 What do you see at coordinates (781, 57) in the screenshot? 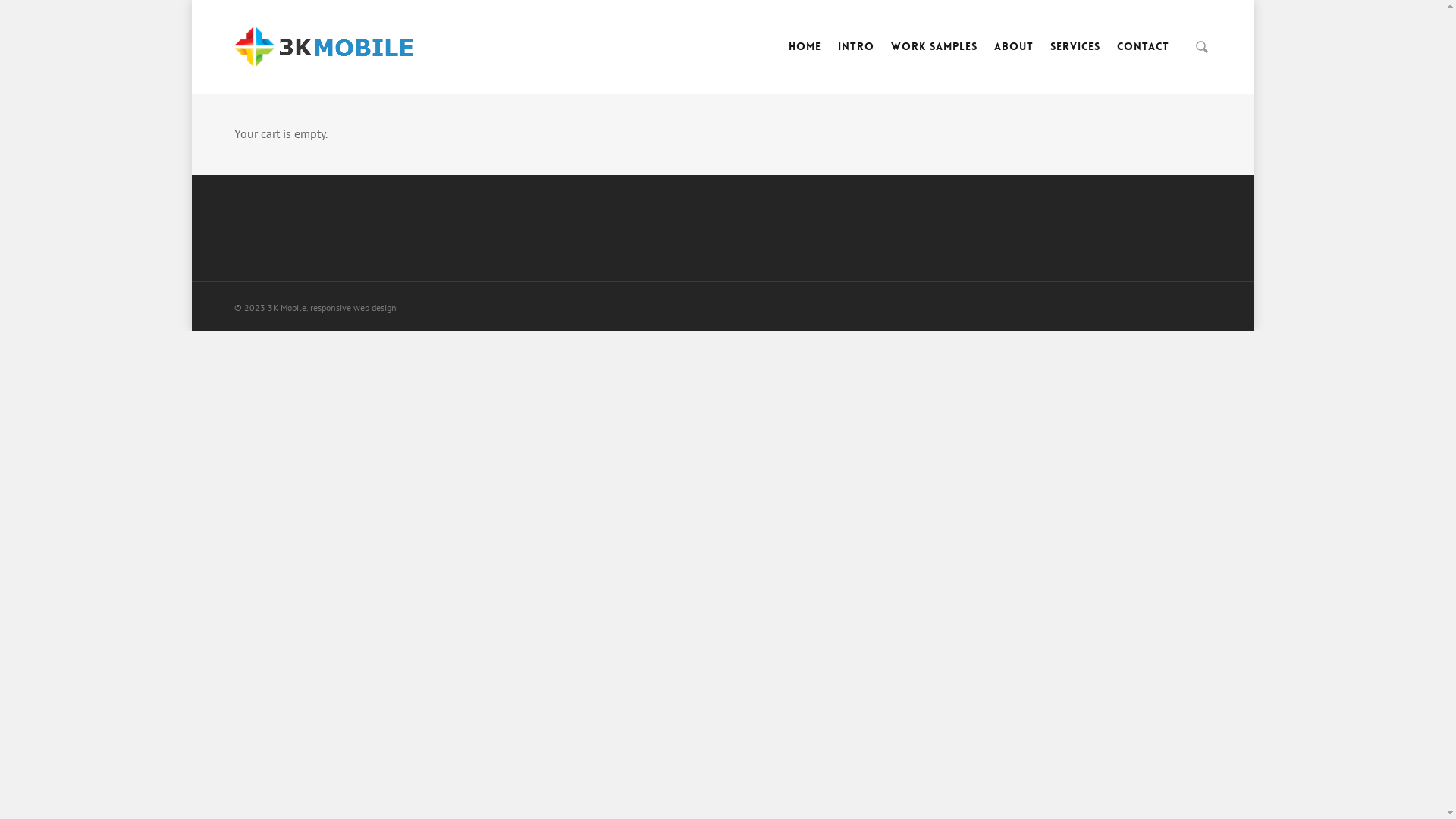
I see `'Home'` at bounding box center [781, 57].